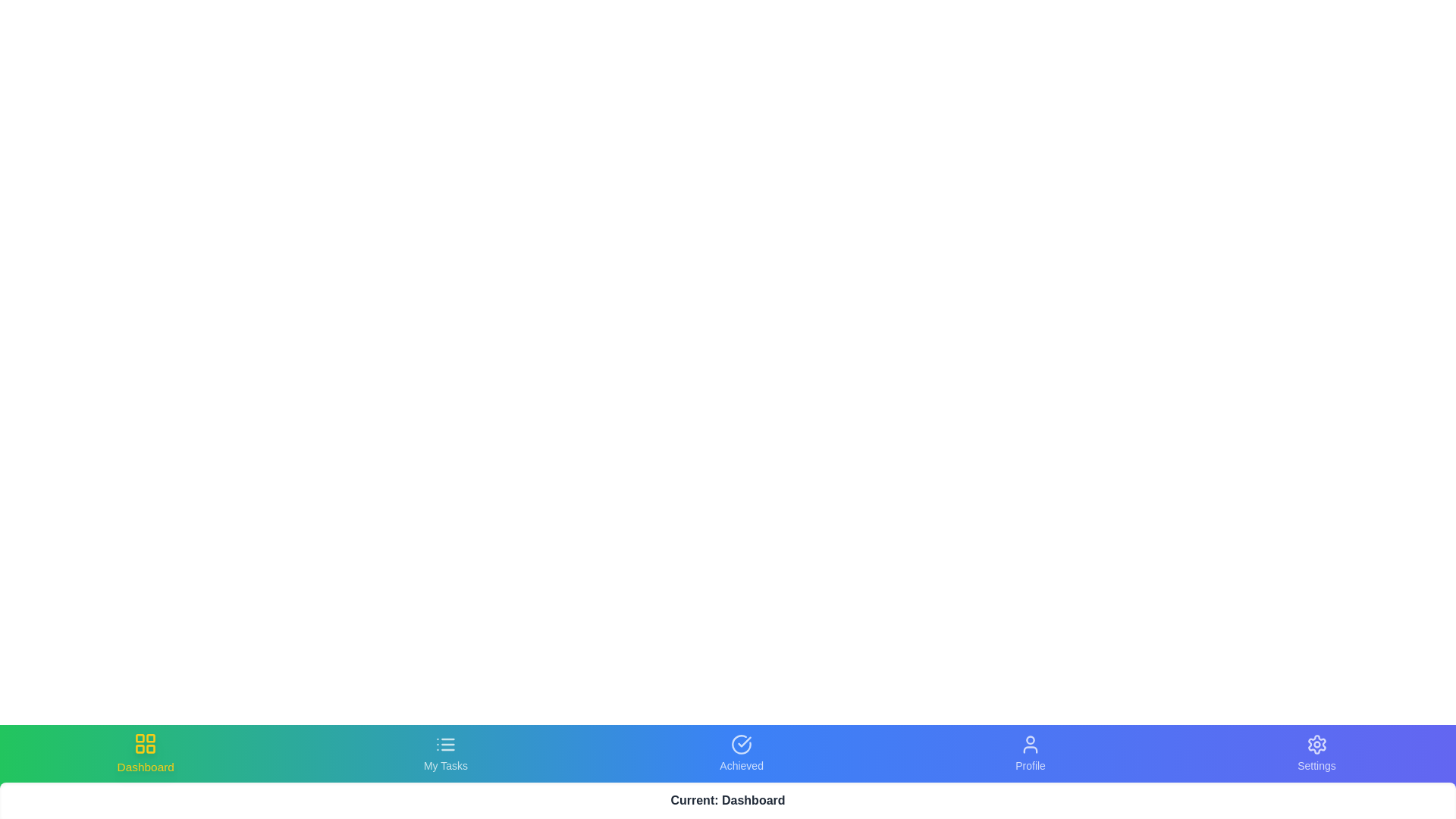 The height and width of the screenshot is (819, 1456). Describe the element at coordinates (1316, 754) in the screenshot. I see `the Settings tab in the bottom navigation bar to switch views` at that location.